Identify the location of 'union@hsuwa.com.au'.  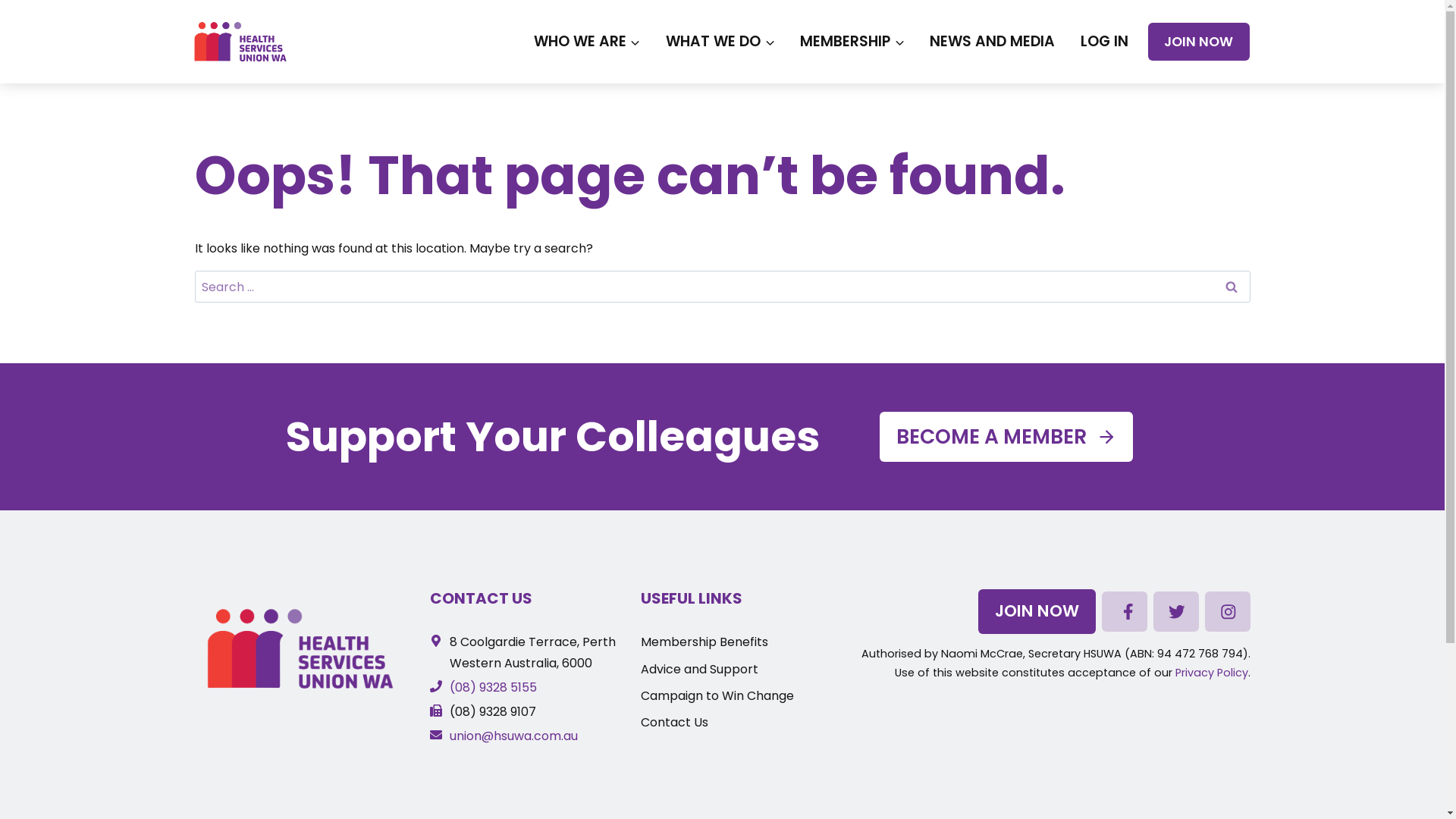
(428, 735).